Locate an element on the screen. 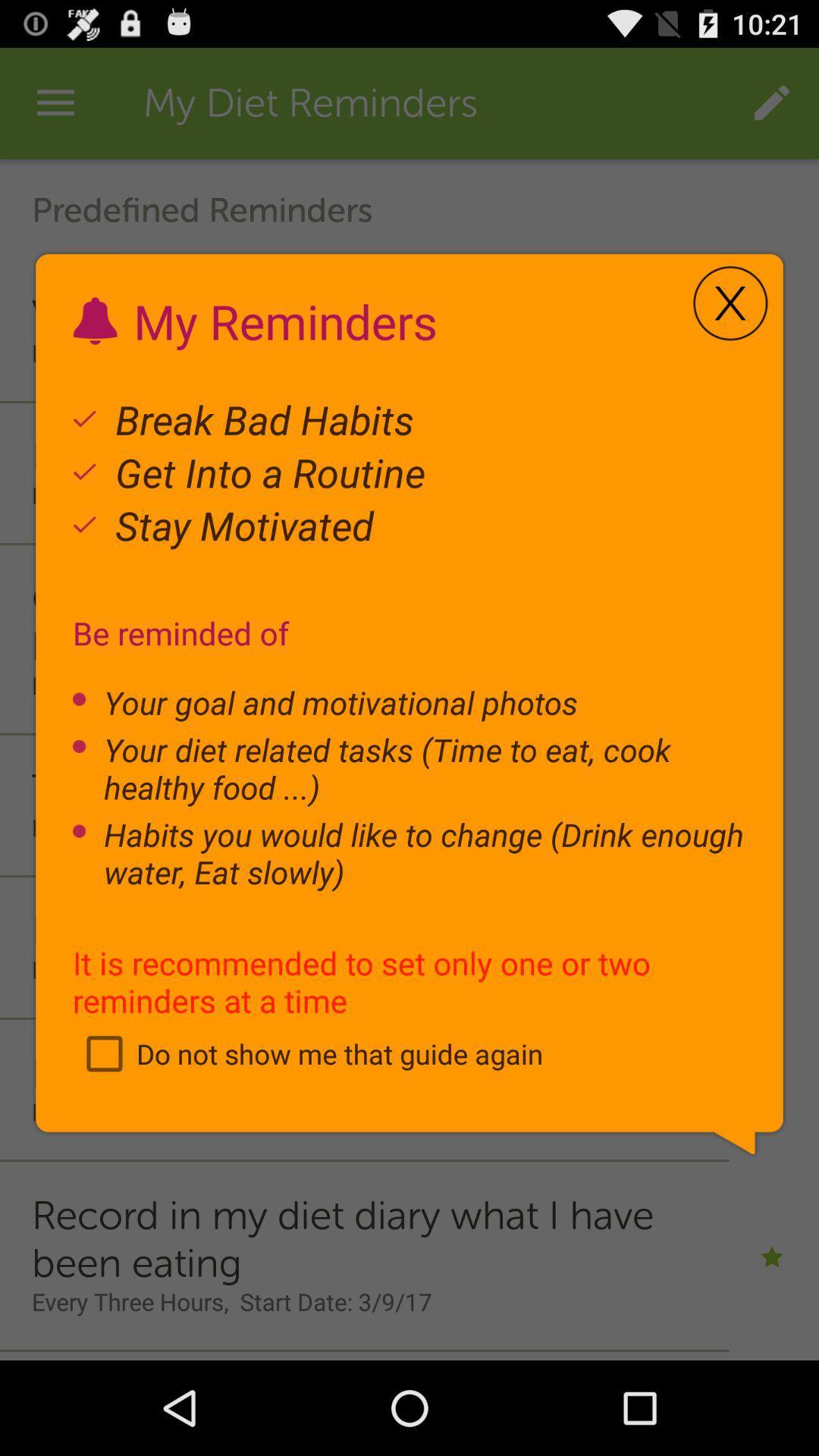 The height and width of the screenshot is (1456, 819). item below the it is recommended item is located at coordinates (307, 1053).